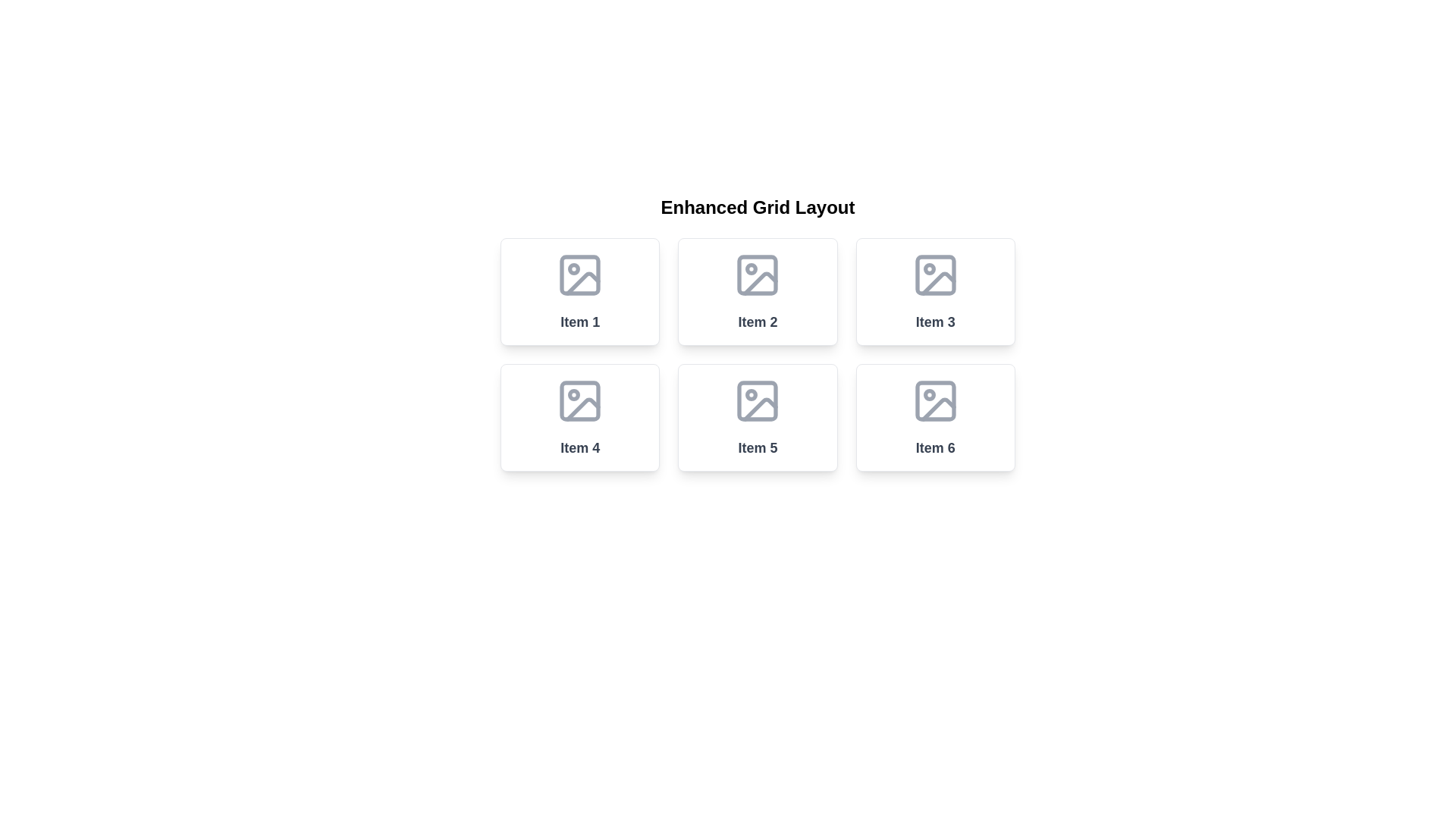 The image size is (1456, 819). What do you see at coordinates (752, 394) in the screenshot?
I see `the visual marker within the SVG graphic located in the fifth grid item labeled 'Item 5'` at bounding box center [752, 394].